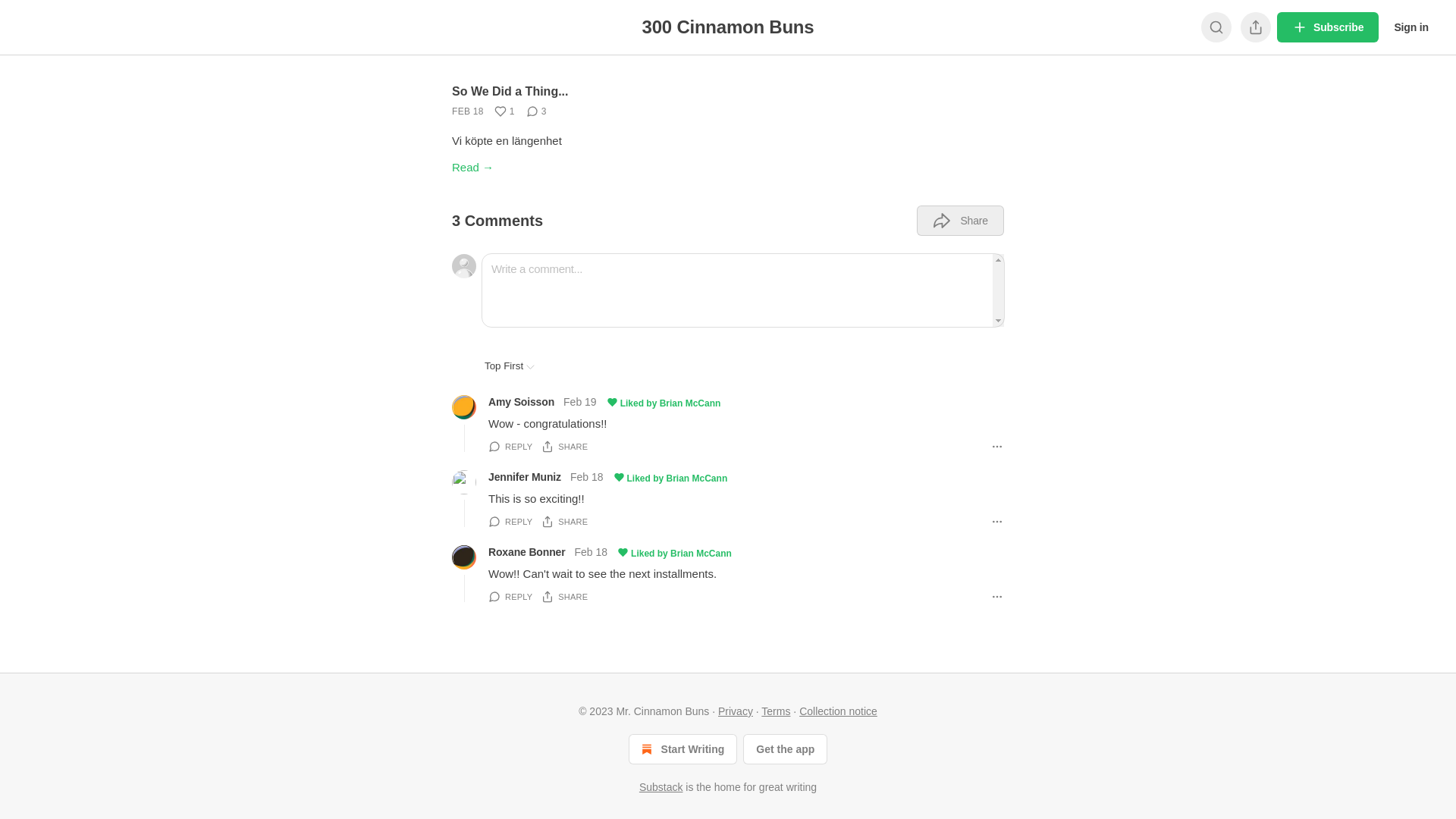  Describe the element at coordinates (775, 711) in the screenshot. I see `'Terms'` at that location.